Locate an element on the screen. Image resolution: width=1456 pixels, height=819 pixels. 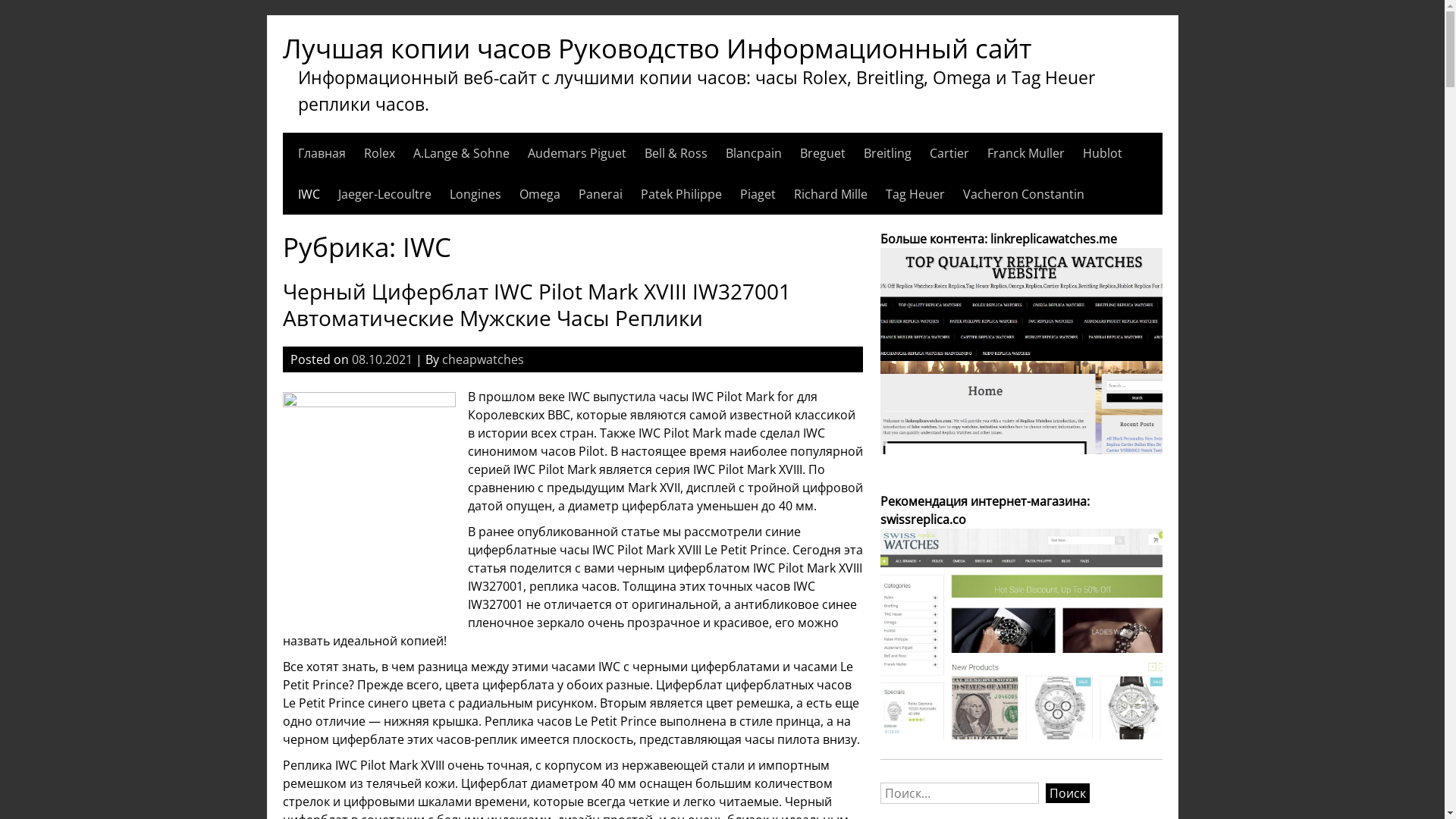
'IWC' is located at coordinates (297, 193).